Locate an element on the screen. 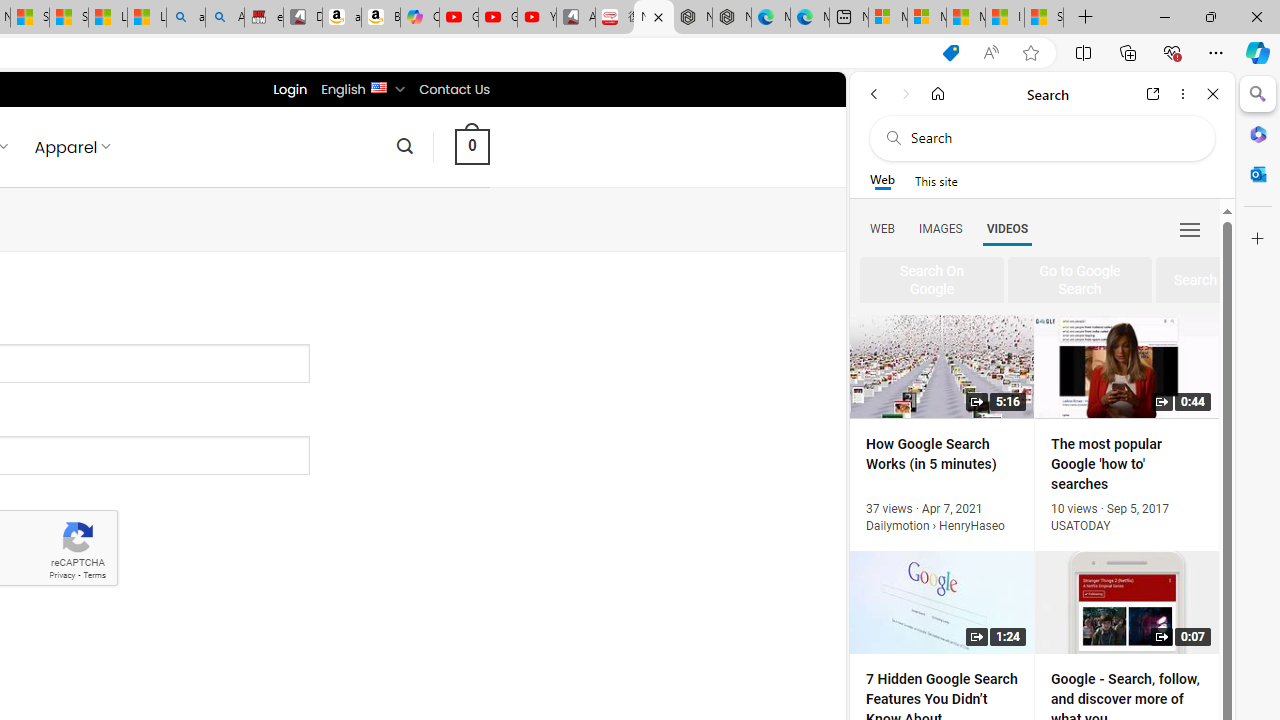 This screenshot has height=720, width=1280. 'VIDEOS' is located at coordinates (1007, 227).